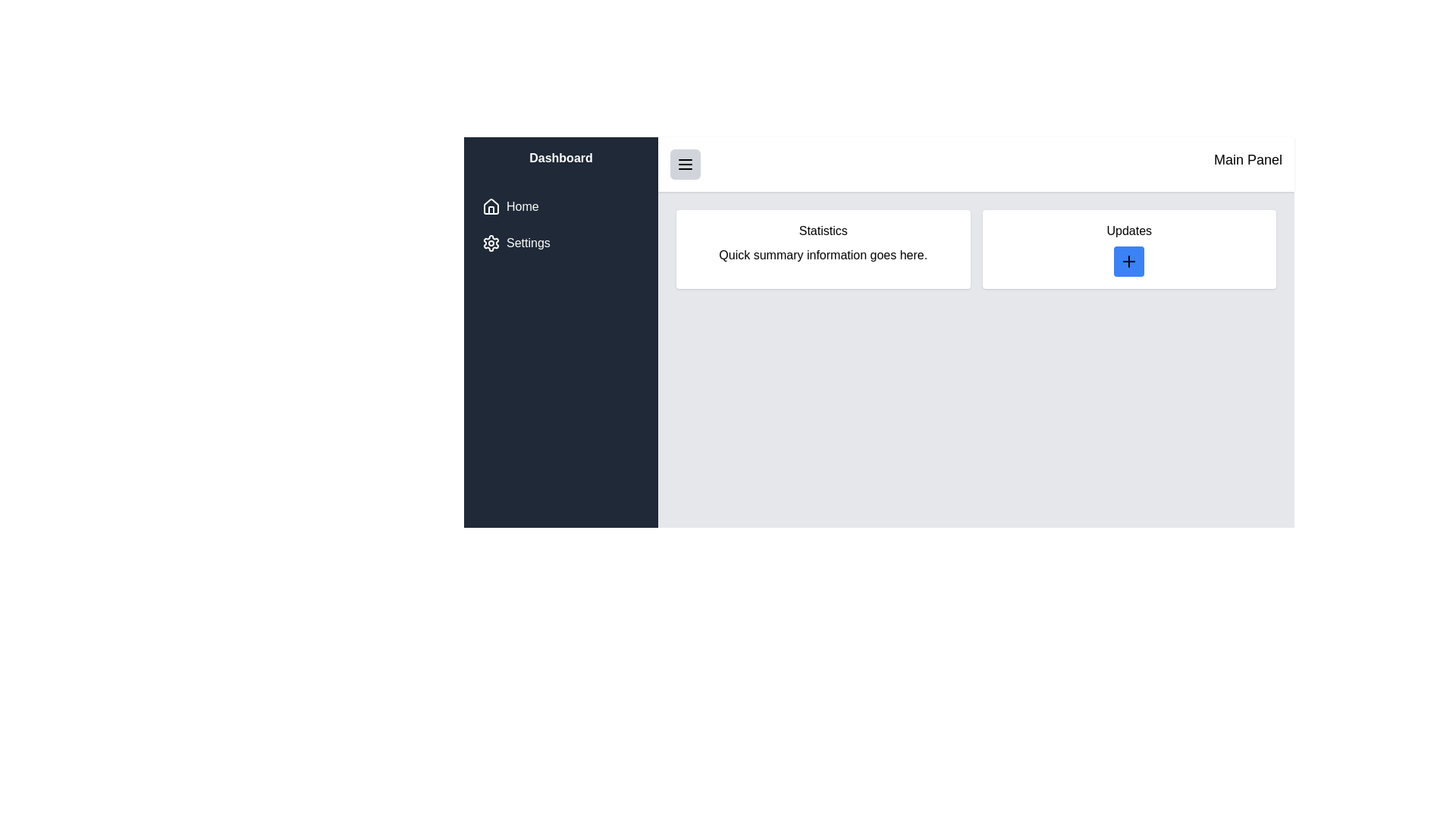 The image size is (1456, 819). I want to click on the 'Home' icon in the left sidebar menu, so click(491, 206).